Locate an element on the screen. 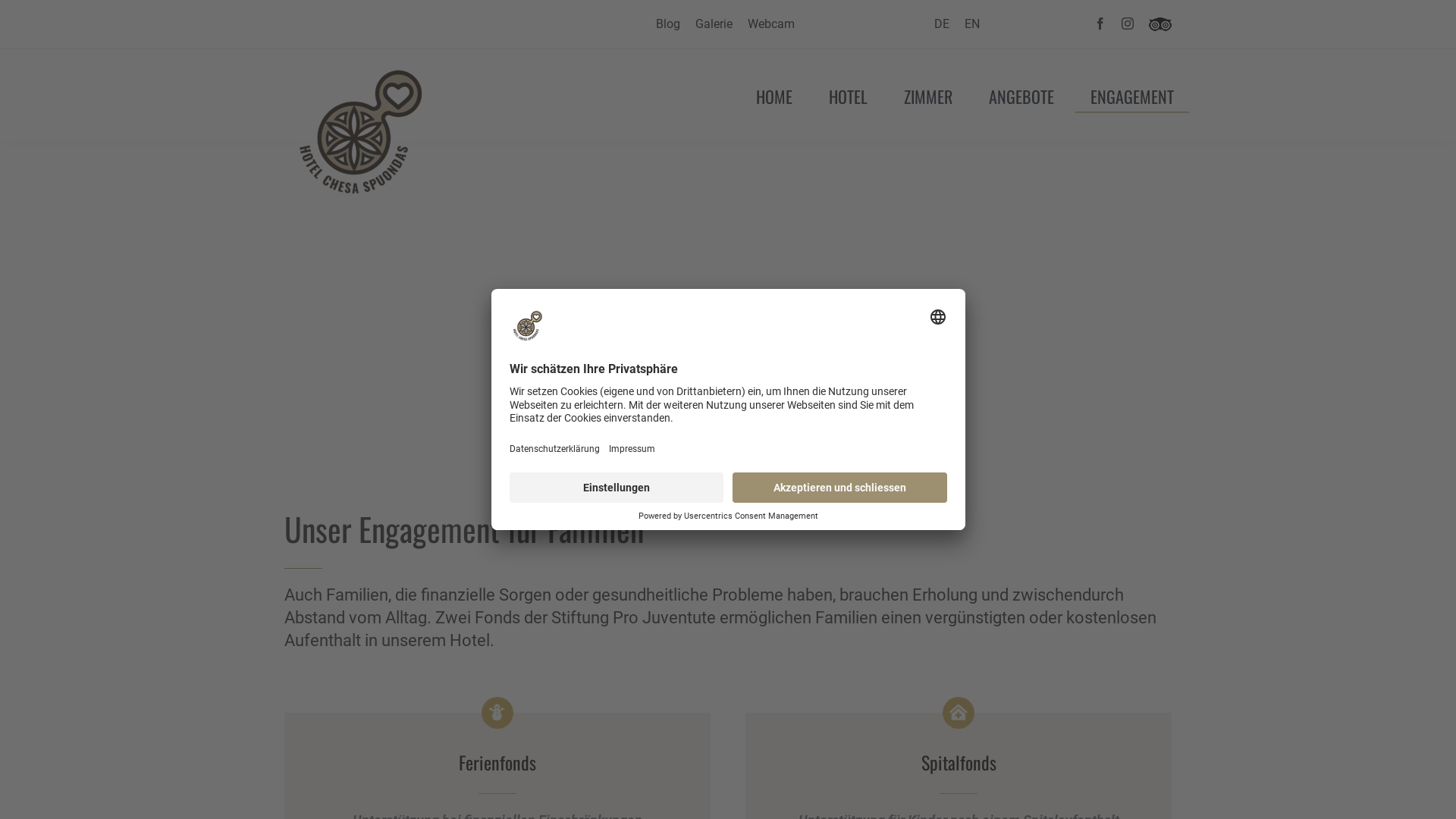 The height and width of the screenshot is (819, 1456). 'HOTEL' is located at coordinates (847, 95).